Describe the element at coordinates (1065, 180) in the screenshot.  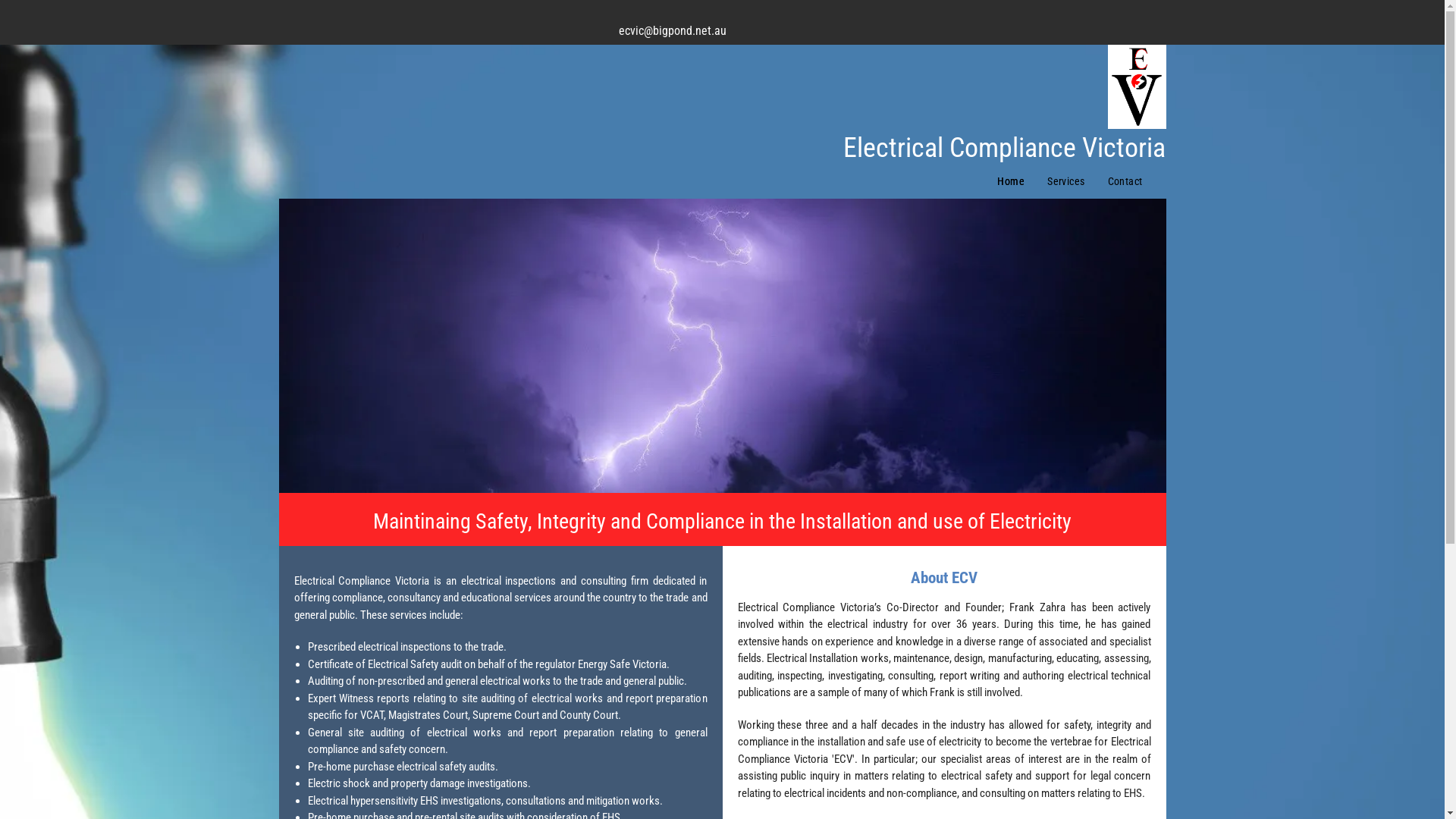
I see `'Services'` at that location.